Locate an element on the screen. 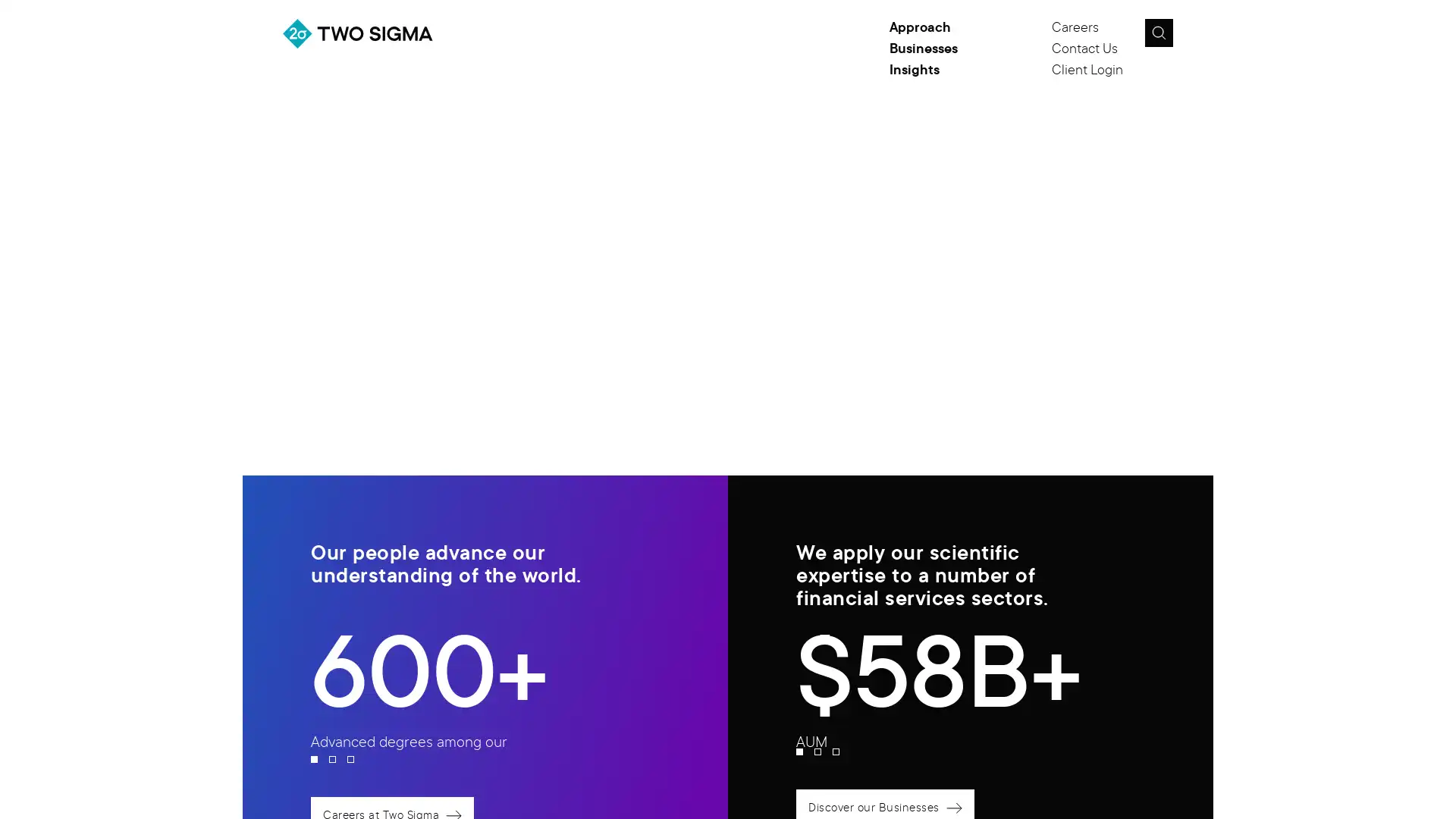  Search is located at coordinates (1157, 33).